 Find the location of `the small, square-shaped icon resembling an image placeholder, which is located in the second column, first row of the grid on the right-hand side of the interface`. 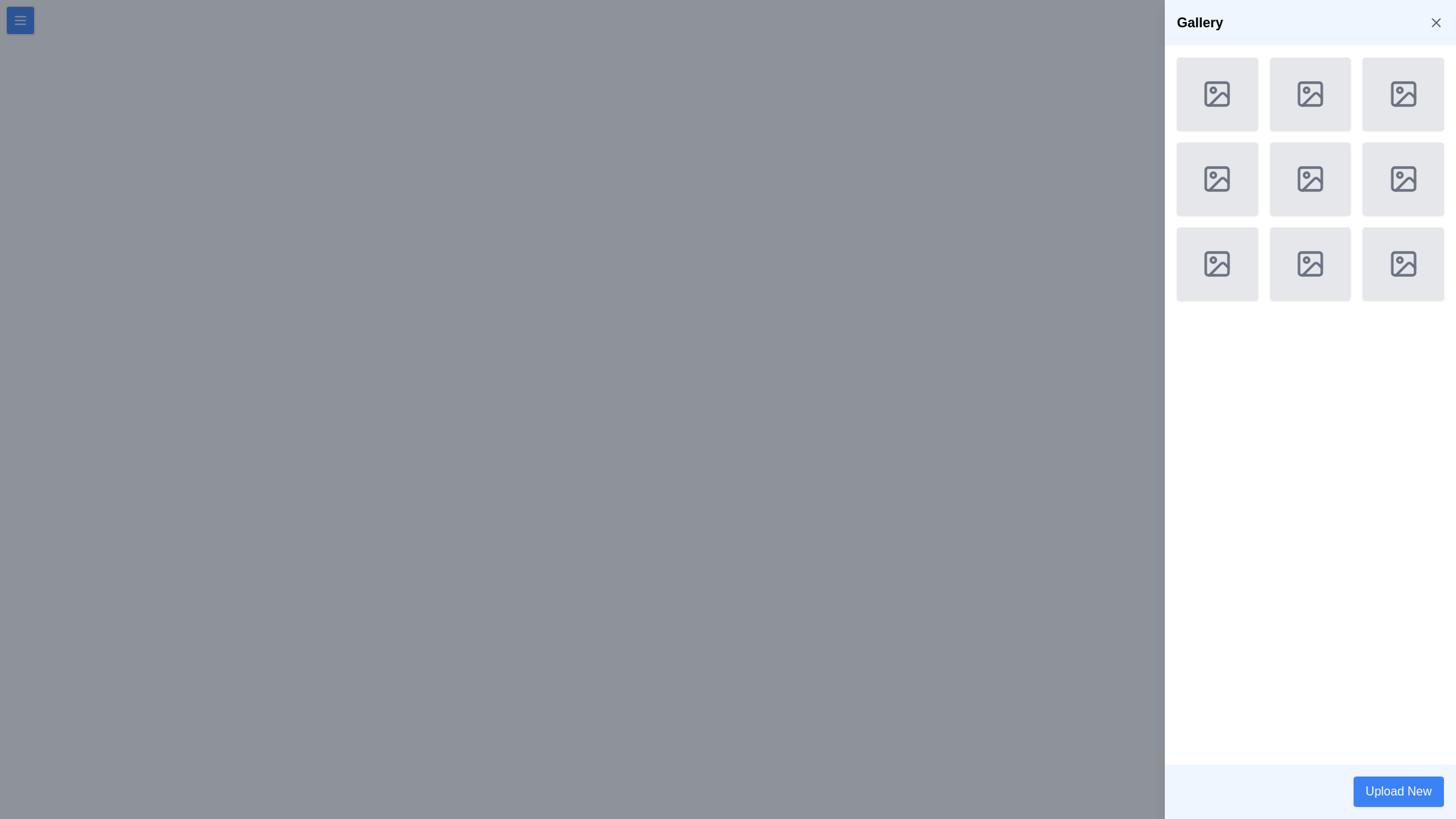

the small, square-shaped icon resembling an image placeholder, which is located in the second column, first row of the grid on the right-hand side of the interface is located at coordinates (1310, 93).